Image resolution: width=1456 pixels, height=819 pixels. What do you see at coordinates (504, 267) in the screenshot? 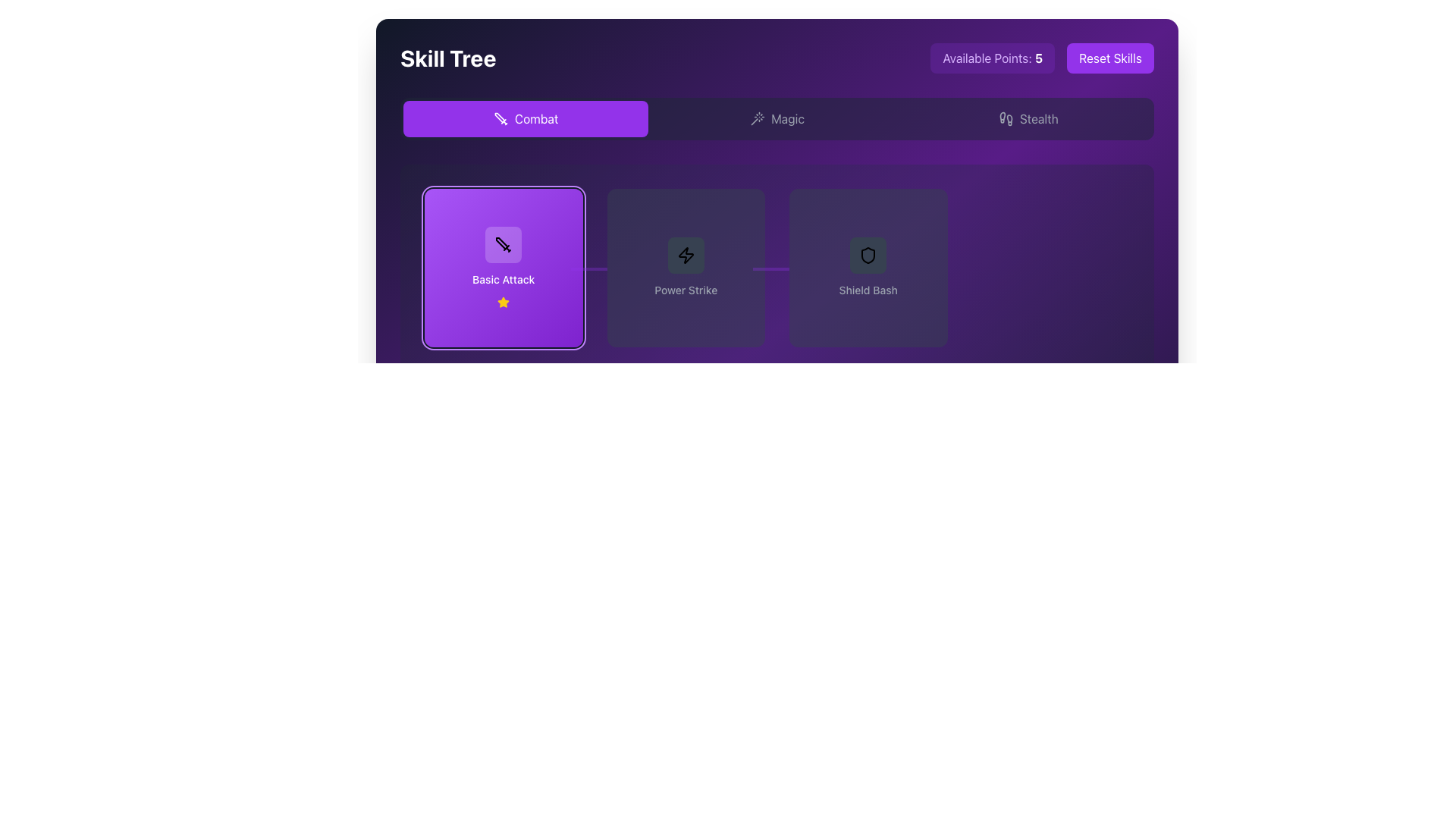
I see `the 'Basic Attack' button, which is a square tile with a gradient purple background and a black sword icon` at bounding box center [504, 267].